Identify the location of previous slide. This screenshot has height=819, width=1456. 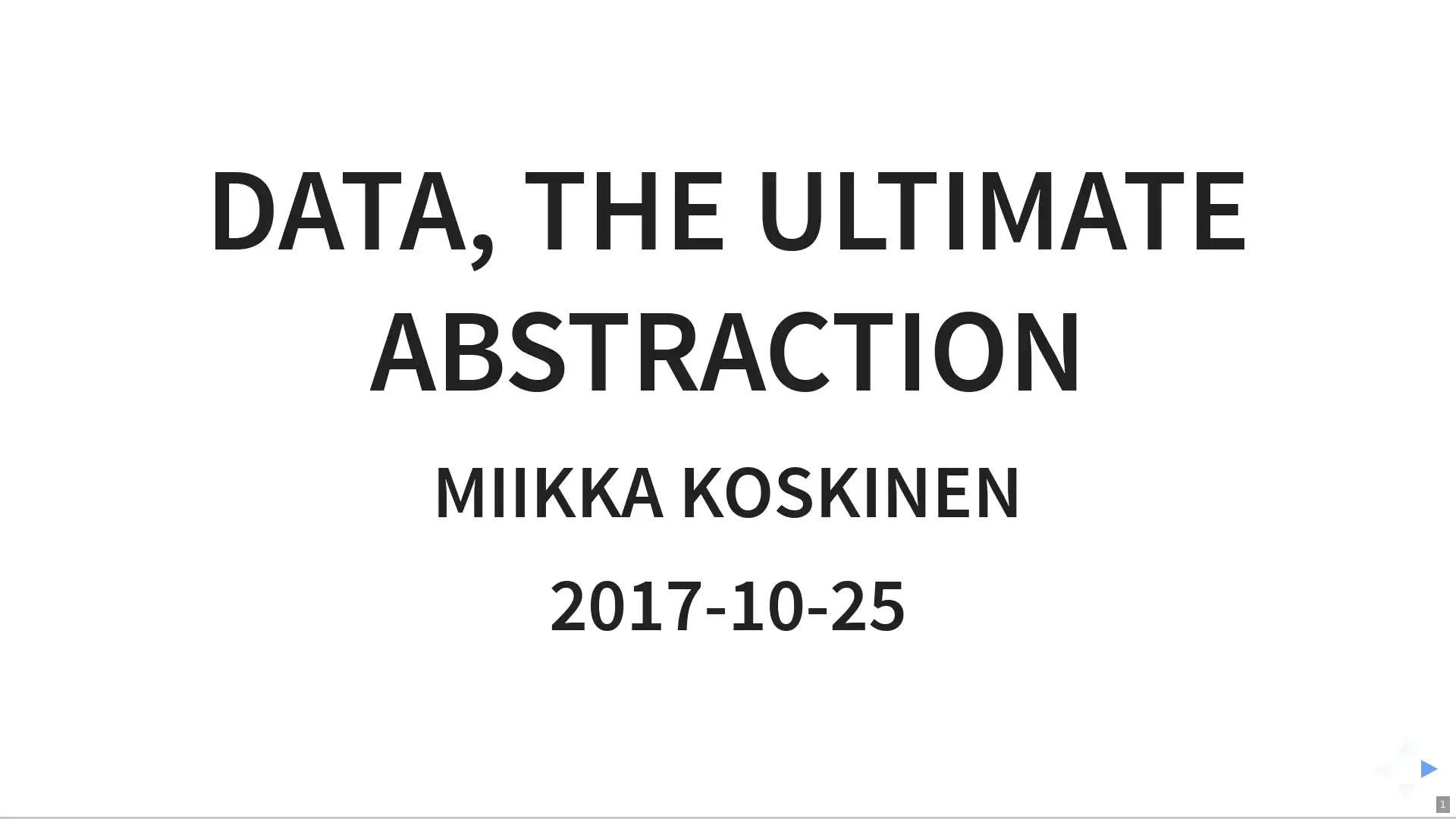
(1377, 768).